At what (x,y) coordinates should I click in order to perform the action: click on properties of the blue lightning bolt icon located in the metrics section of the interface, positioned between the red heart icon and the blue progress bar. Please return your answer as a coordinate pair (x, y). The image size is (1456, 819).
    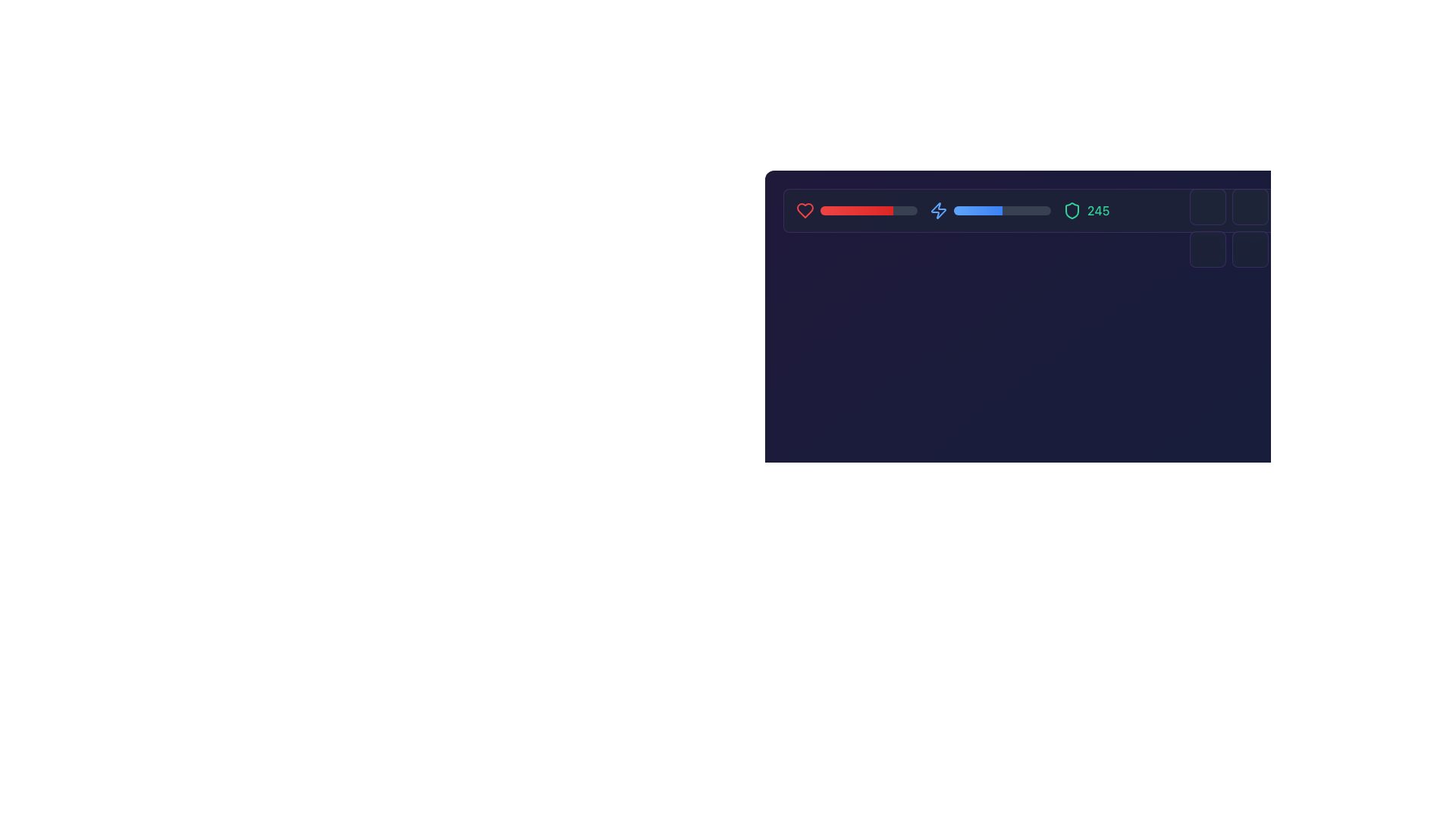
    Looking at the image, I should click on (938, 210).